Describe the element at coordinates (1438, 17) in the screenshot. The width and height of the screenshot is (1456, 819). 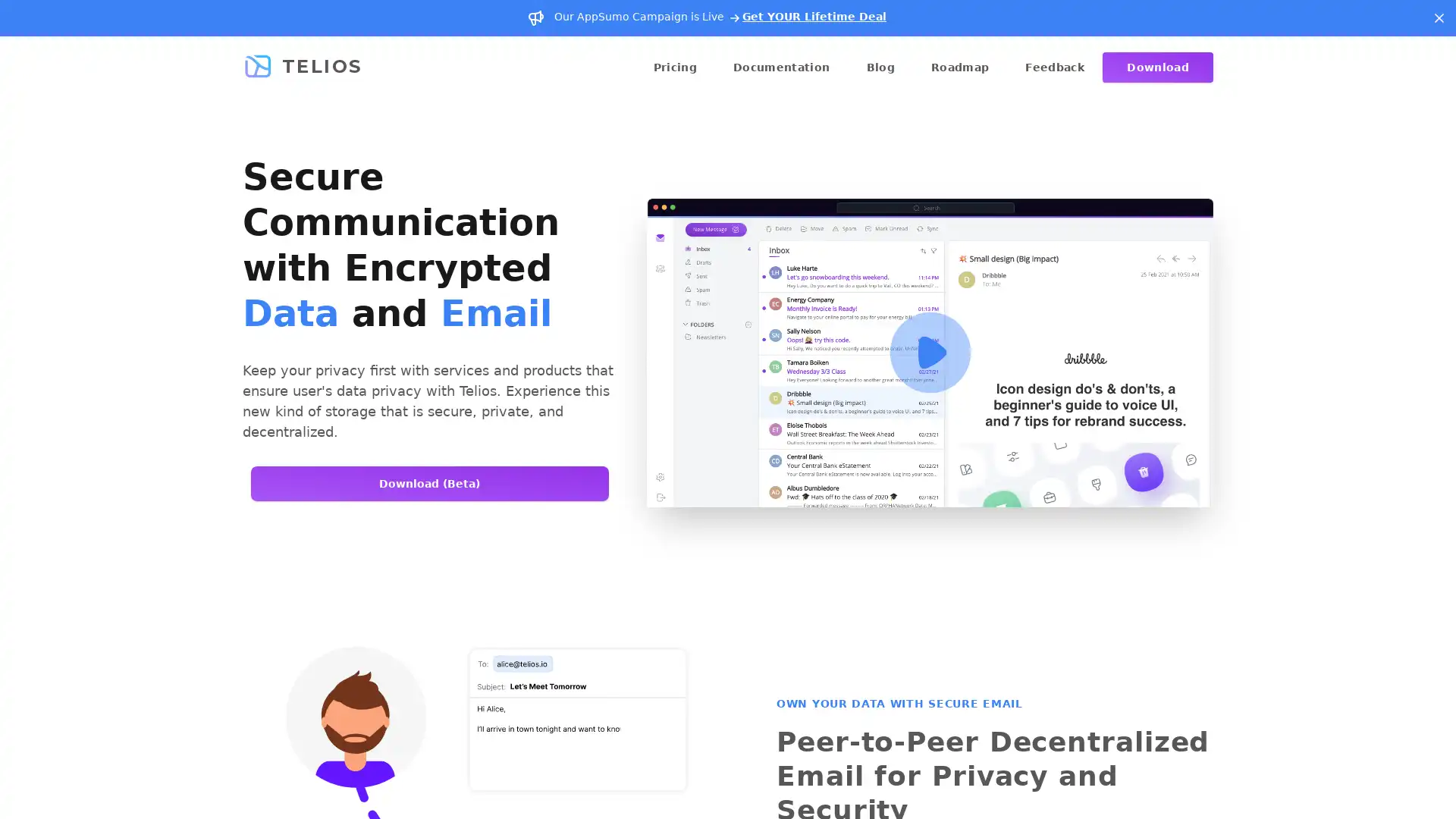
I see `Dismiss` at that location.